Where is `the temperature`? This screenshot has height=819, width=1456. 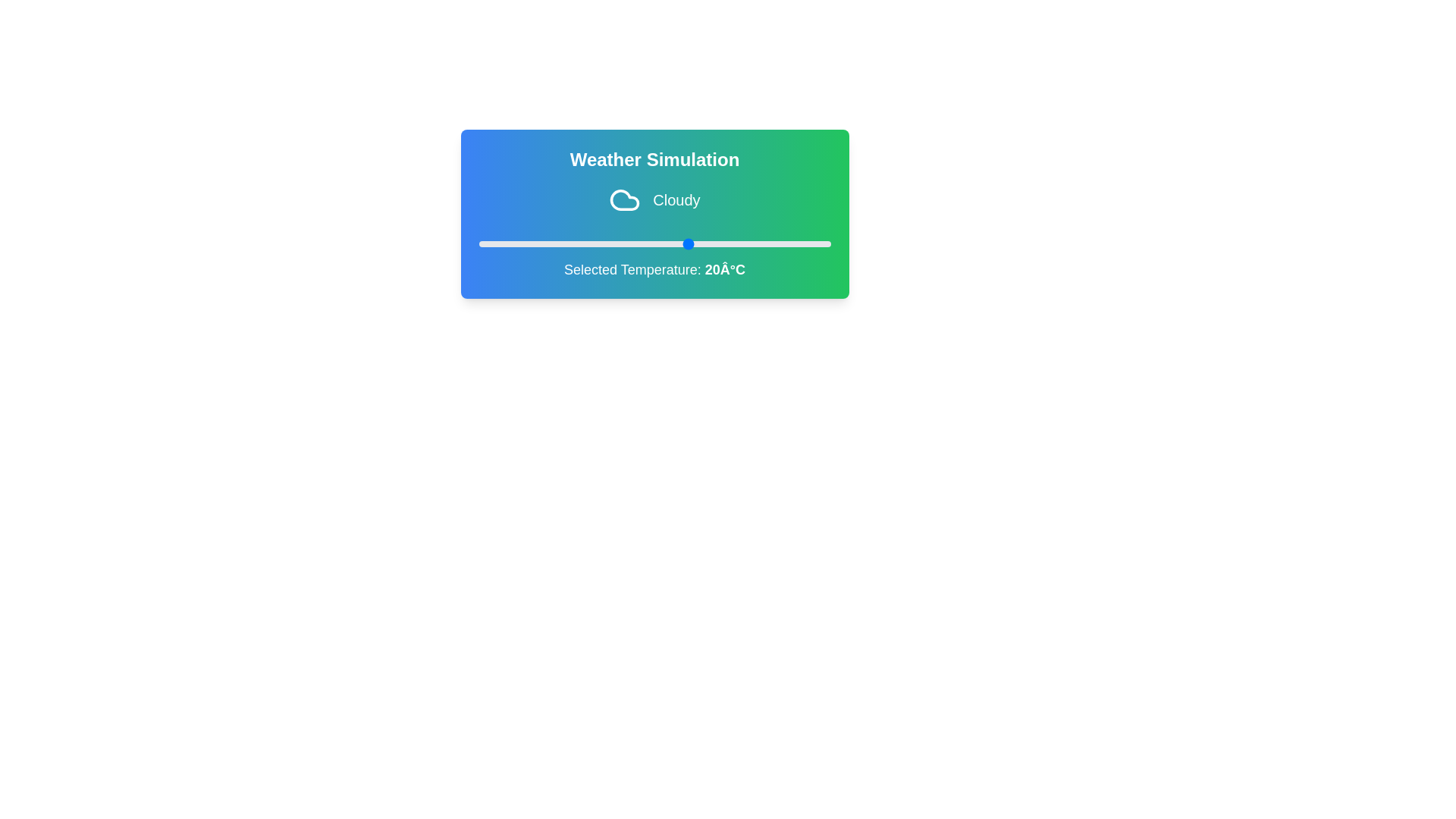
the temperature is located at coordinates (703, 243).